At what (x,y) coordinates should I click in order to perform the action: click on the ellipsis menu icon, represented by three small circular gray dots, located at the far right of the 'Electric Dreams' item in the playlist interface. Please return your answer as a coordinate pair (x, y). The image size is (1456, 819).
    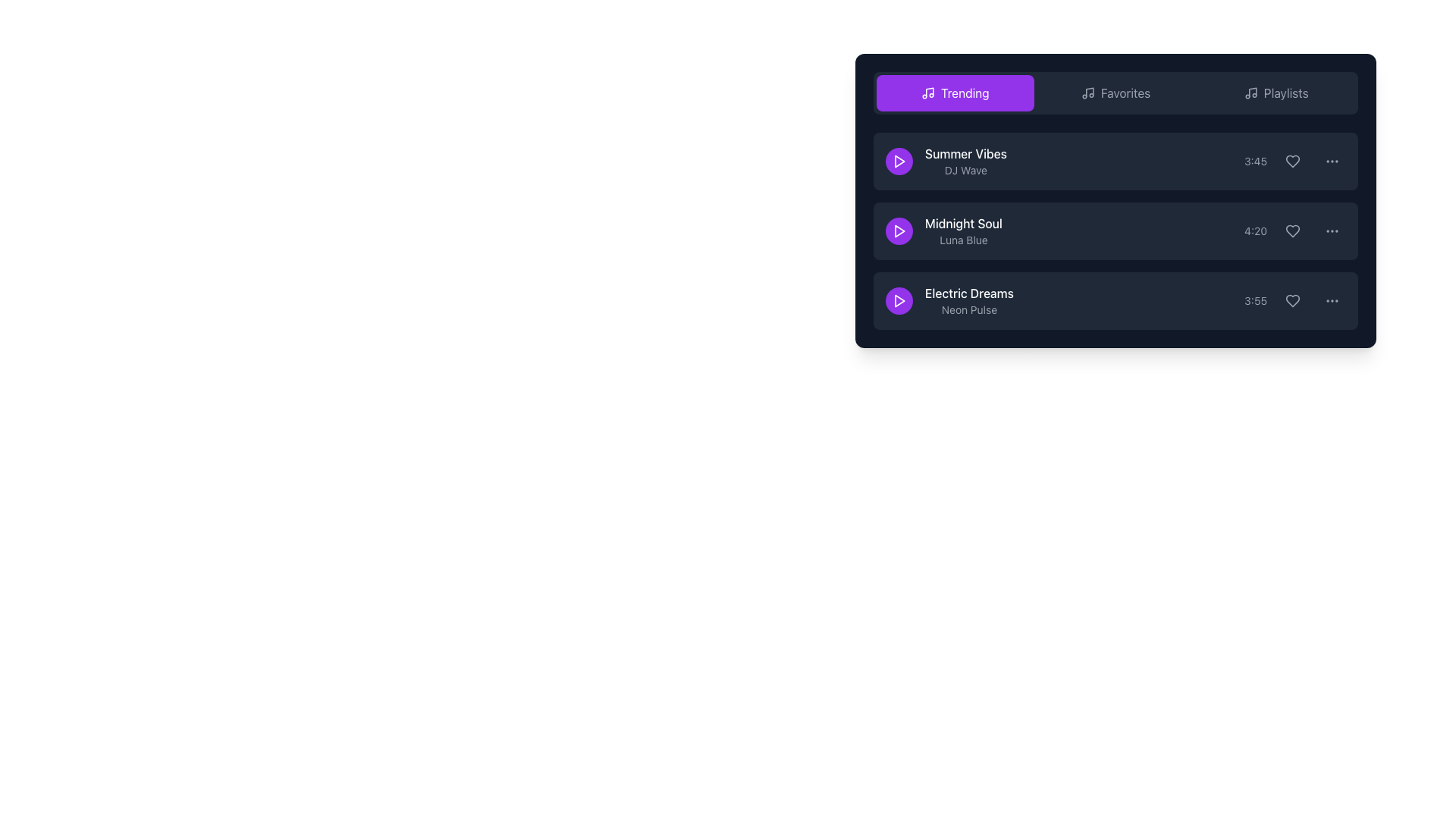
    Looking at the image, I should click on (1331, 301).